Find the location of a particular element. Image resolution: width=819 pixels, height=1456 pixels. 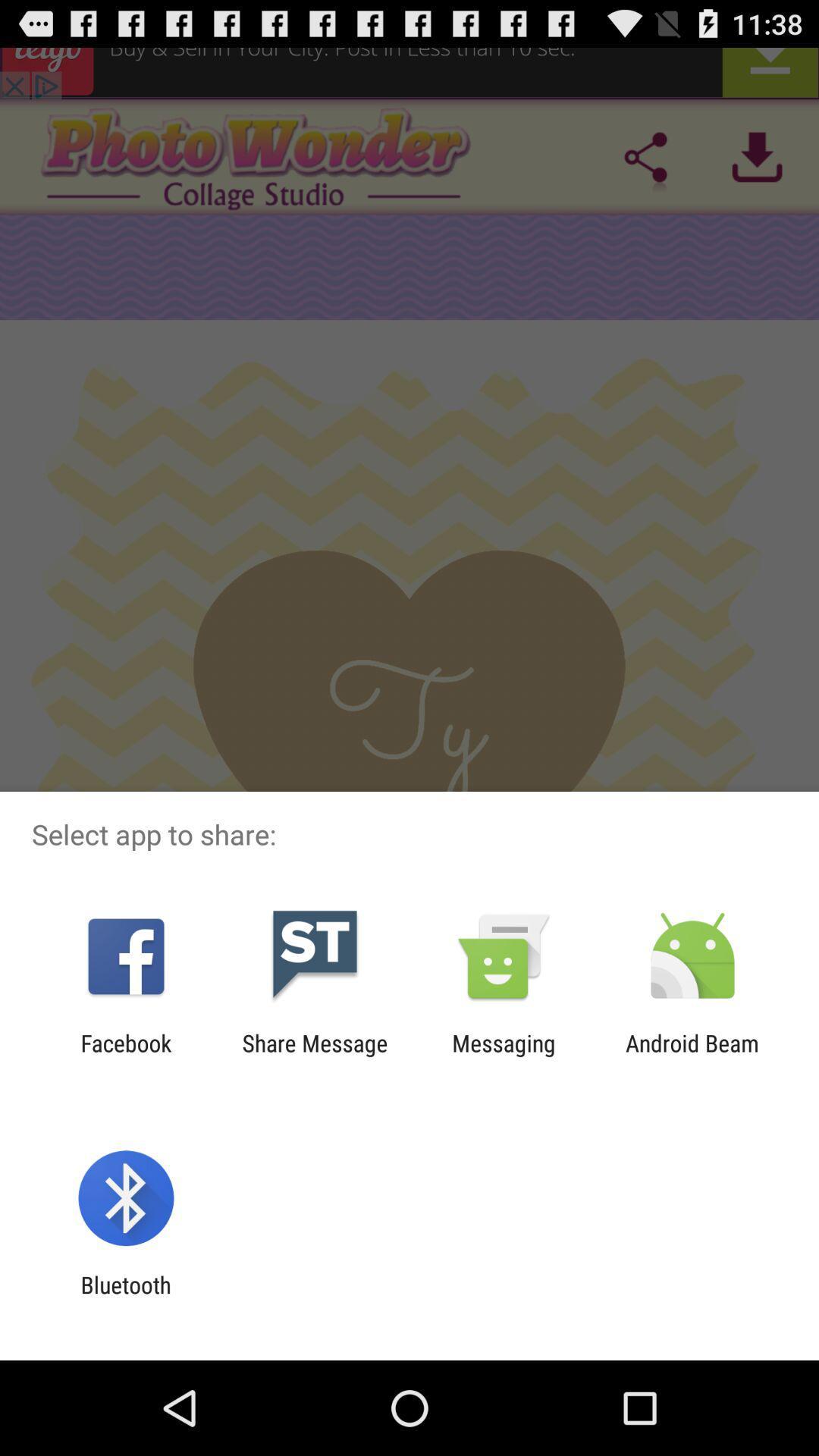

app next to the facebook item is located at coordinates (314, 1056).